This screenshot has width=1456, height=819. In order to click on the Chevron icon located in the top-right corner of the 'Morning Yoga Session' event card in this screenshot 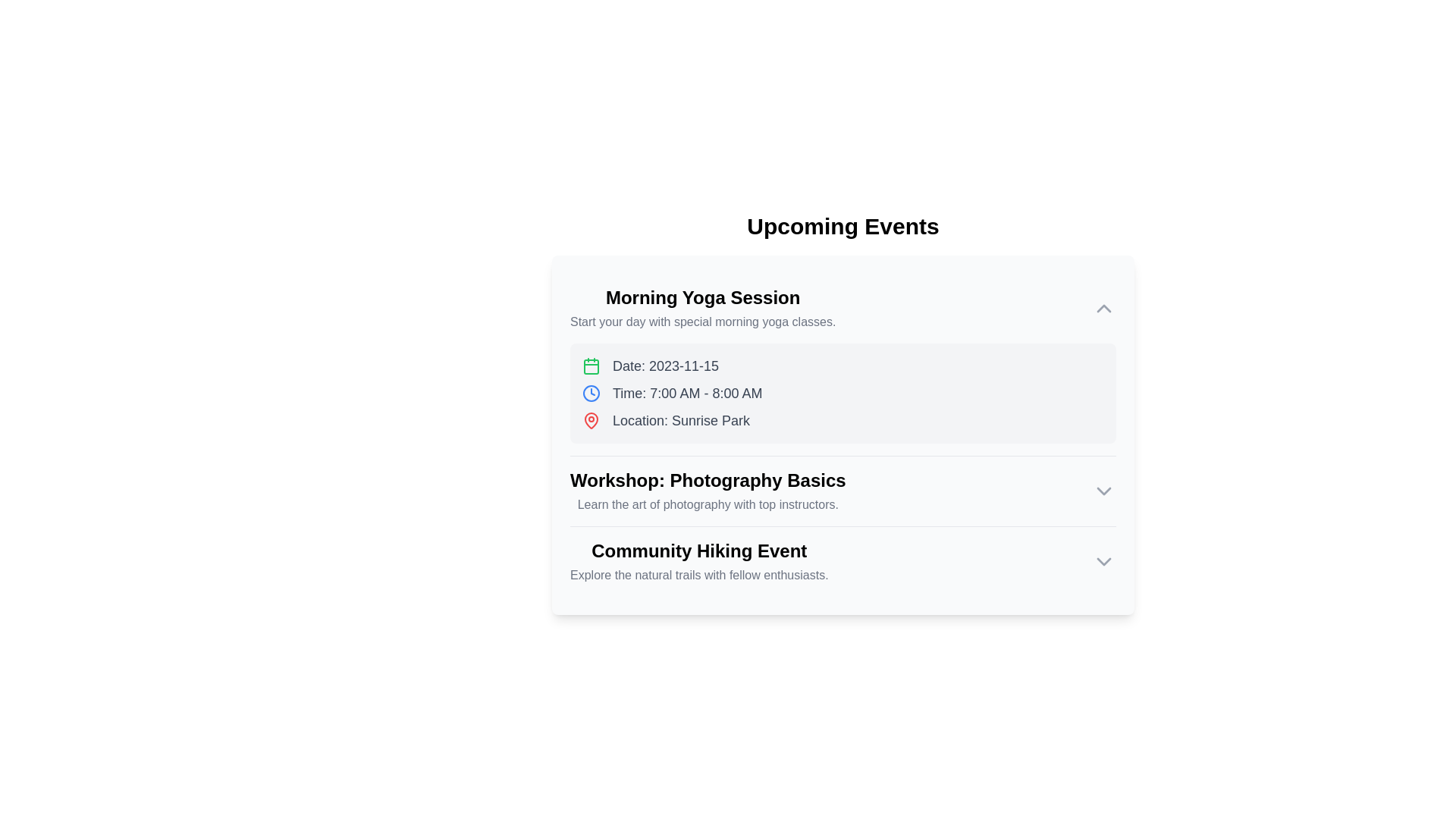, I will do `click(1103, 308)`.